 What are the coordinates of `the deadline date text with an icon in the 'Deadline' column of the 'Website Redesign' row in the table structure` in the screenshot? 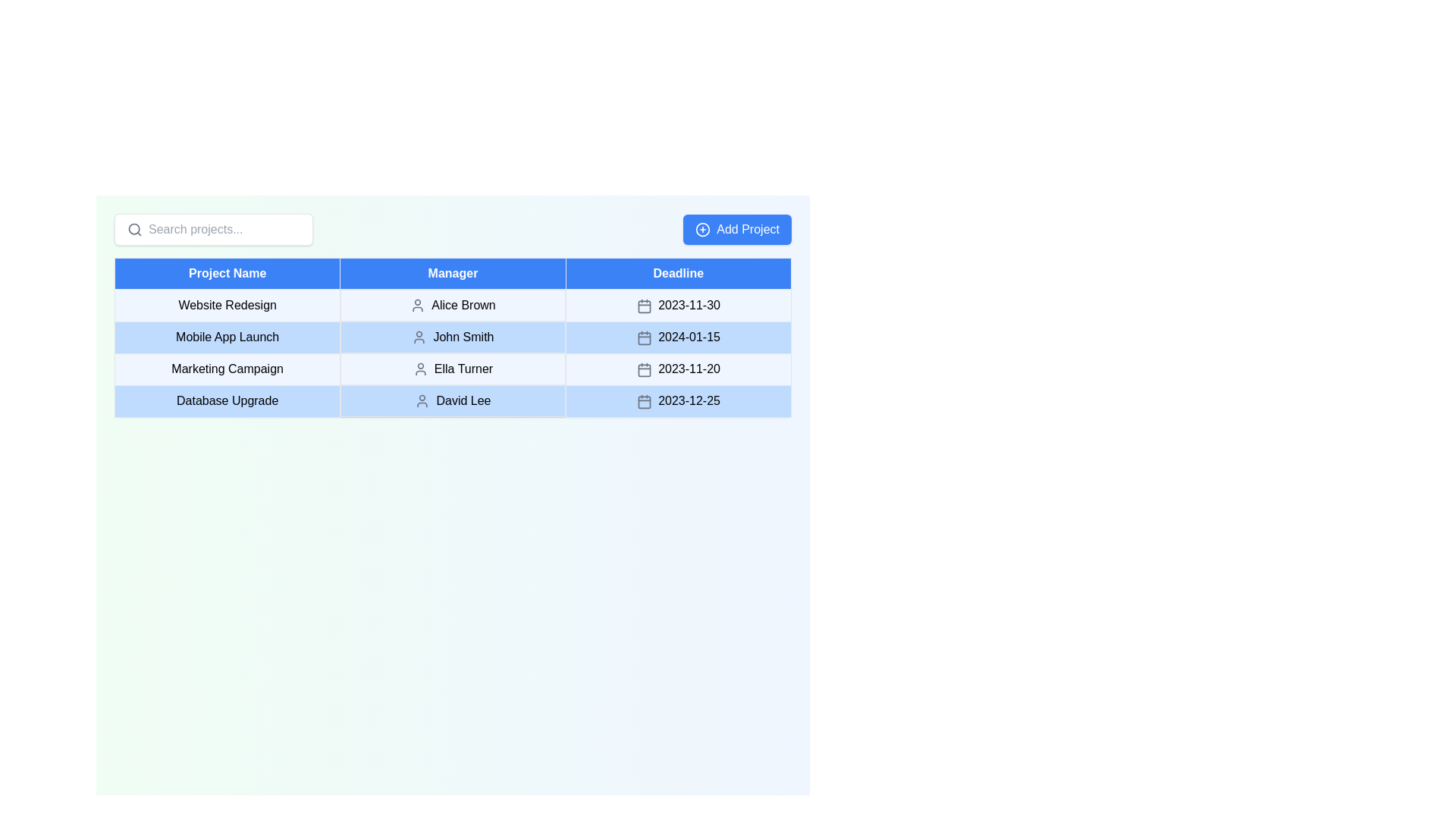 It's located at (677, 305).